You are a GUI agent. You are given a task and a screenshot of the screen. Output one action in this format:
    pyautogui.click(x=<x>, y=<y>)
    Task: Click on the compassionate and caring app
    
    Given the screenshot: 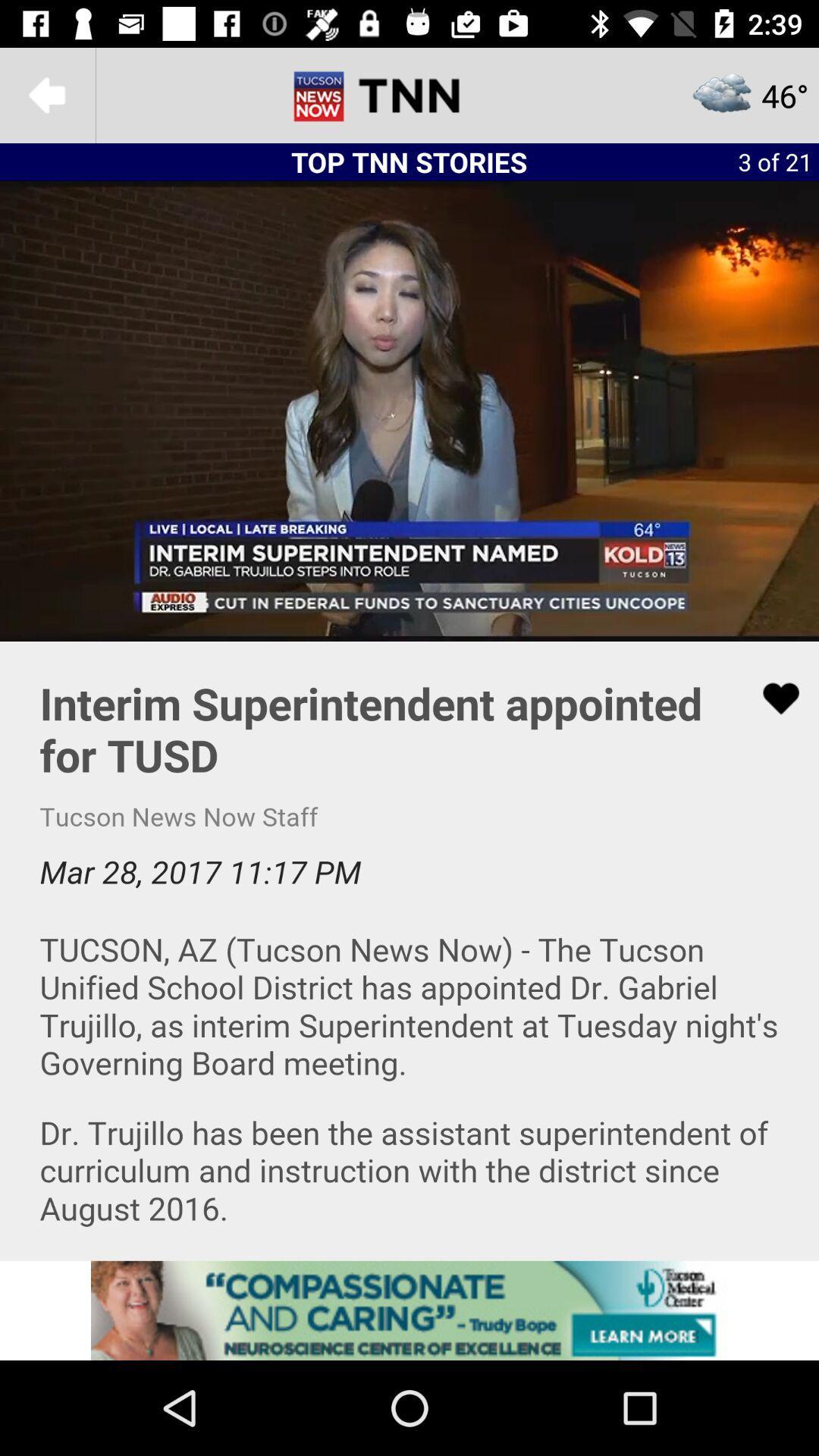 What is the action you would take?
    pyautogui.click(x=409, y=1310)
    